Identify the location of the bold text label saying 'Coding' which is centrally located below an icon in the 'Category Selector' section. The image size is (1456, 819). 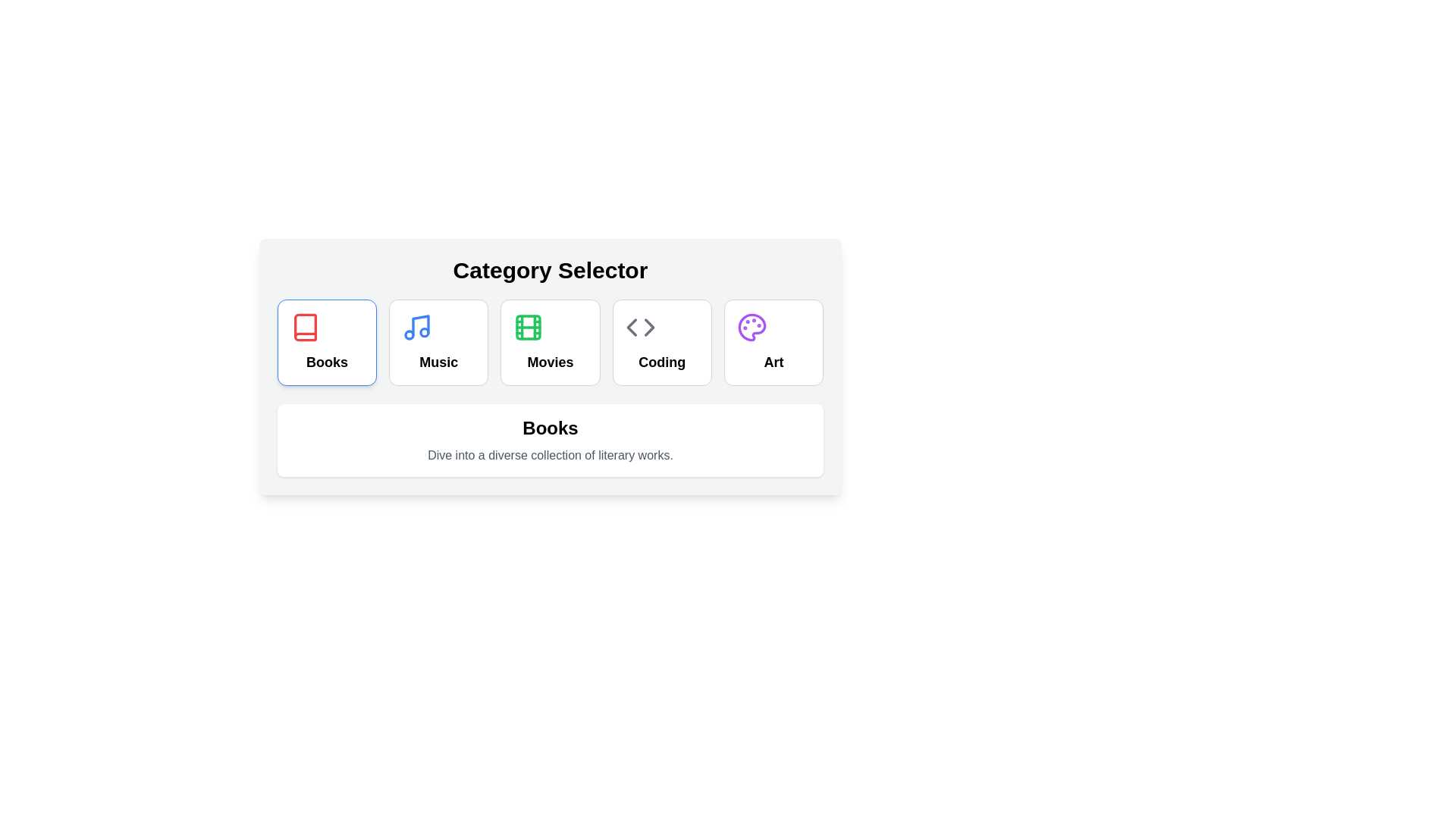
(662, 362).